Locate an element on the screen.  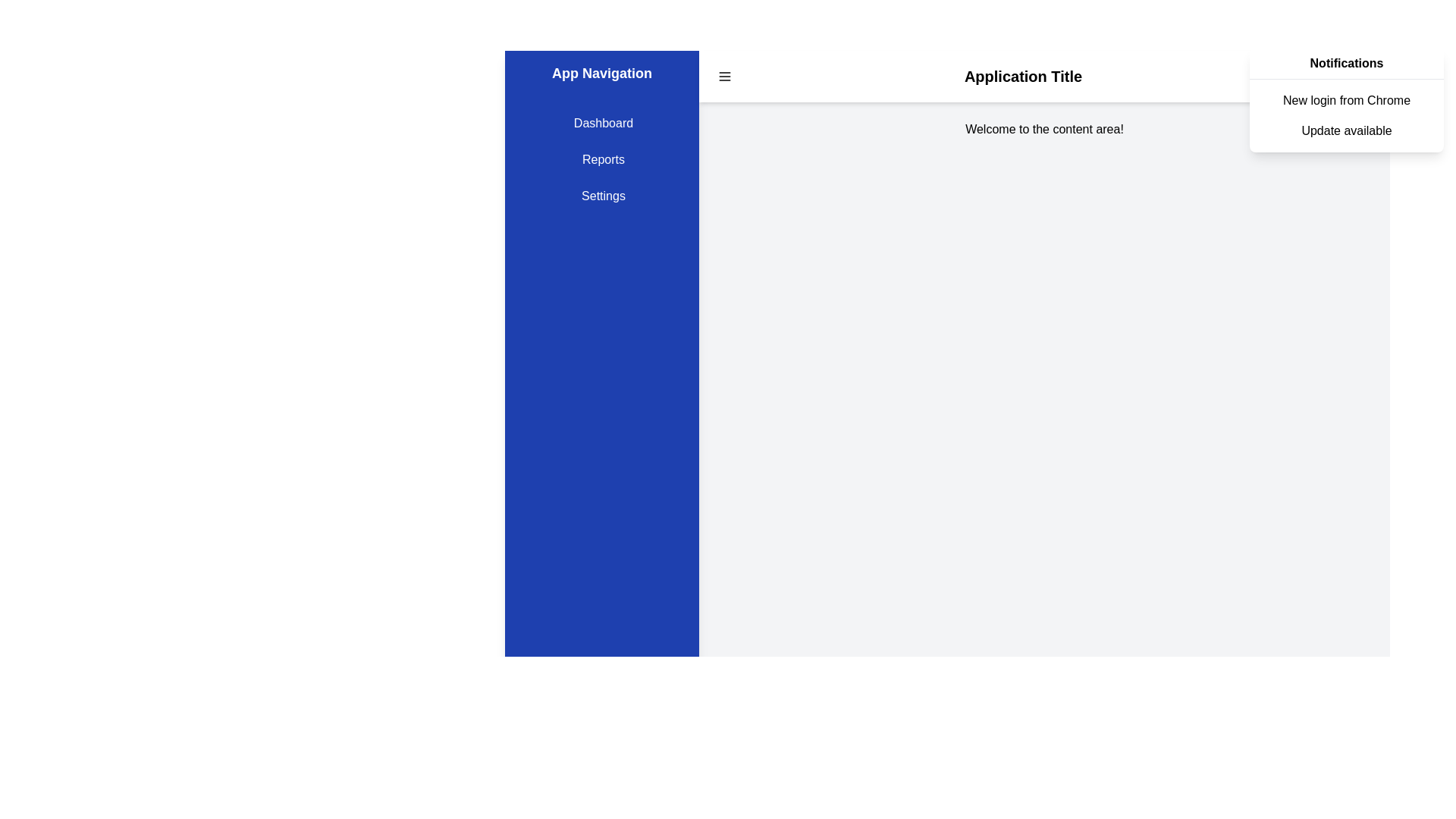
the text label 'Reports' in the sidebar menu is located at coordinates (601, 160).